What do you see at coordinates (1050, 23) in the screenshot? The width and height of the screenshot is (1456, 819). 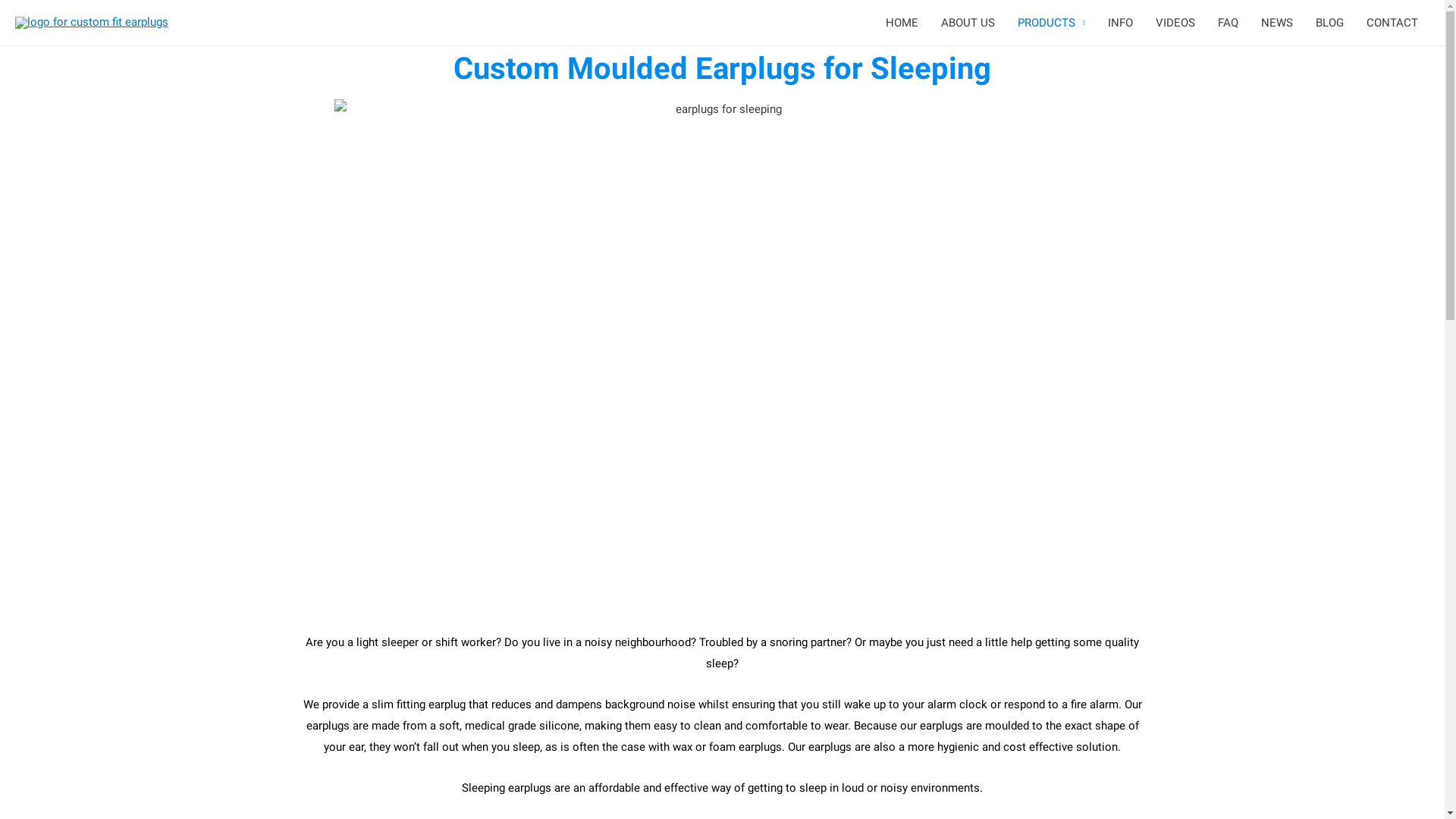 I see `'PRODUCTS'` at bounding box center [1050, 23].